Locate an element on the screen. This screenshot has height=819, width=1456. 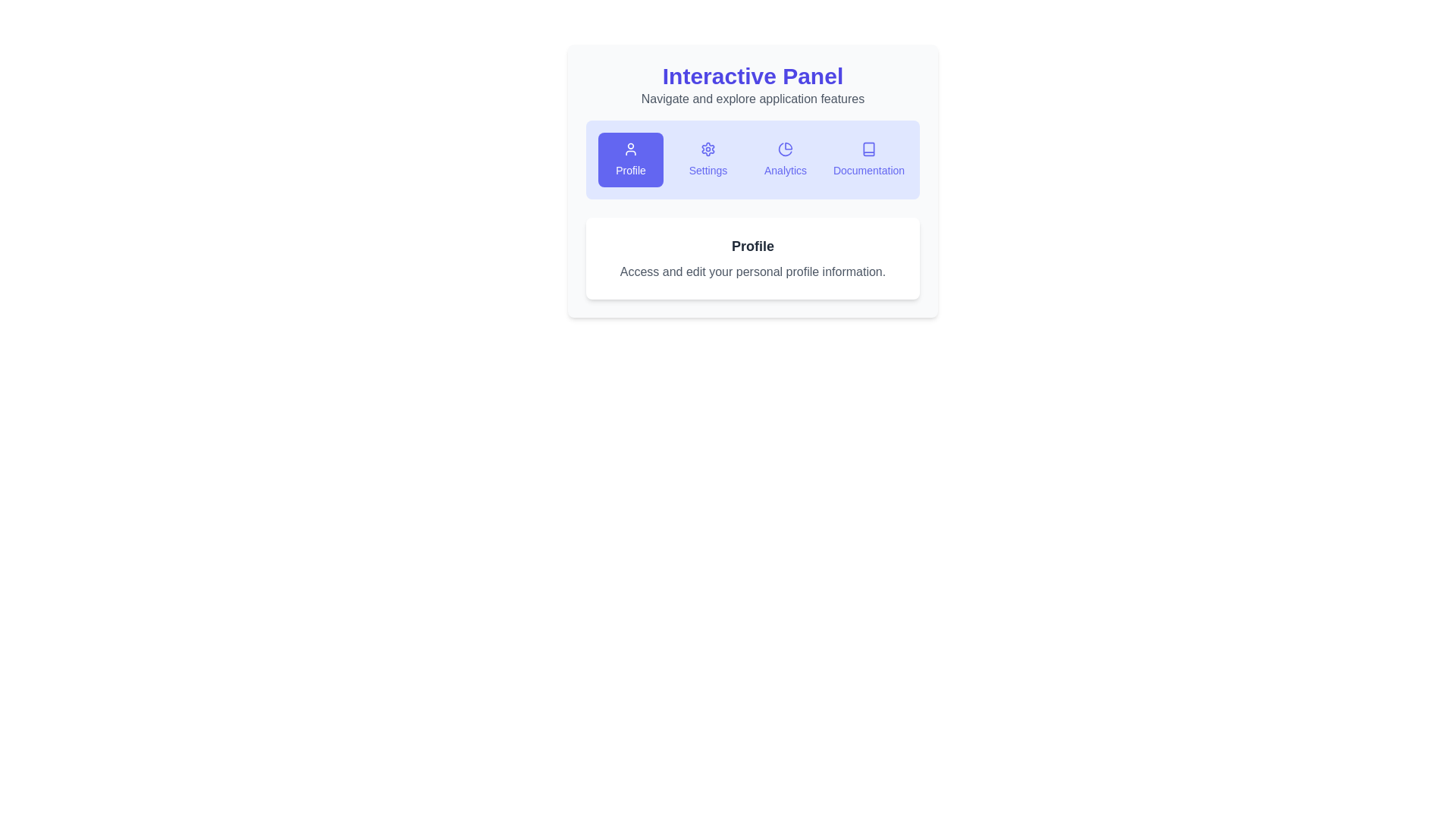
the 'Profile' button, which is the leftmost button in a group of four horizontally aligned buttons, featuring a blue background, white text, and a user silhouette icon above the text is located at coordinates (630, 160).